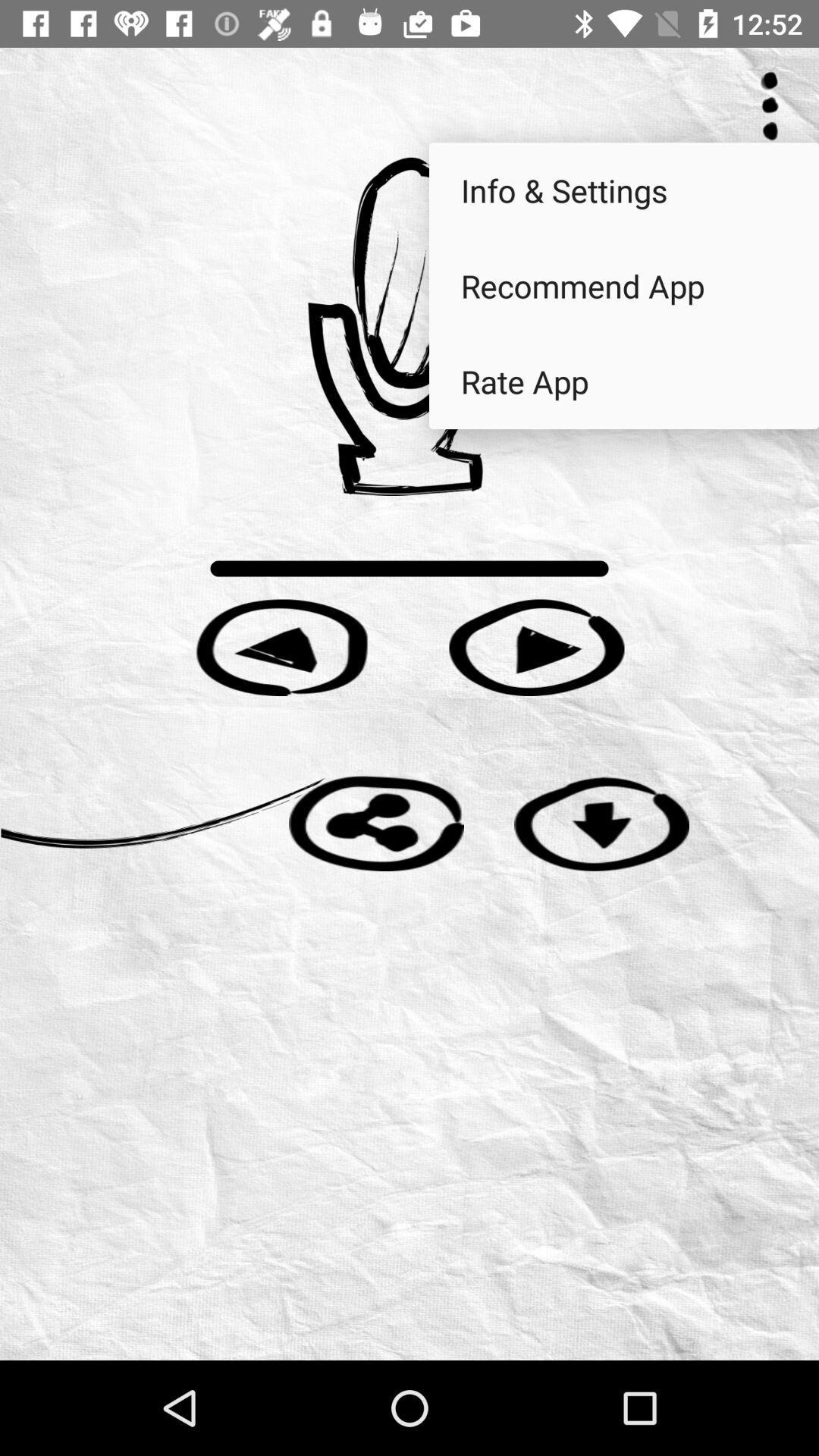 This screenshot has width=819, height=1456. I want to click on rewind the audio, so click(281, 648).